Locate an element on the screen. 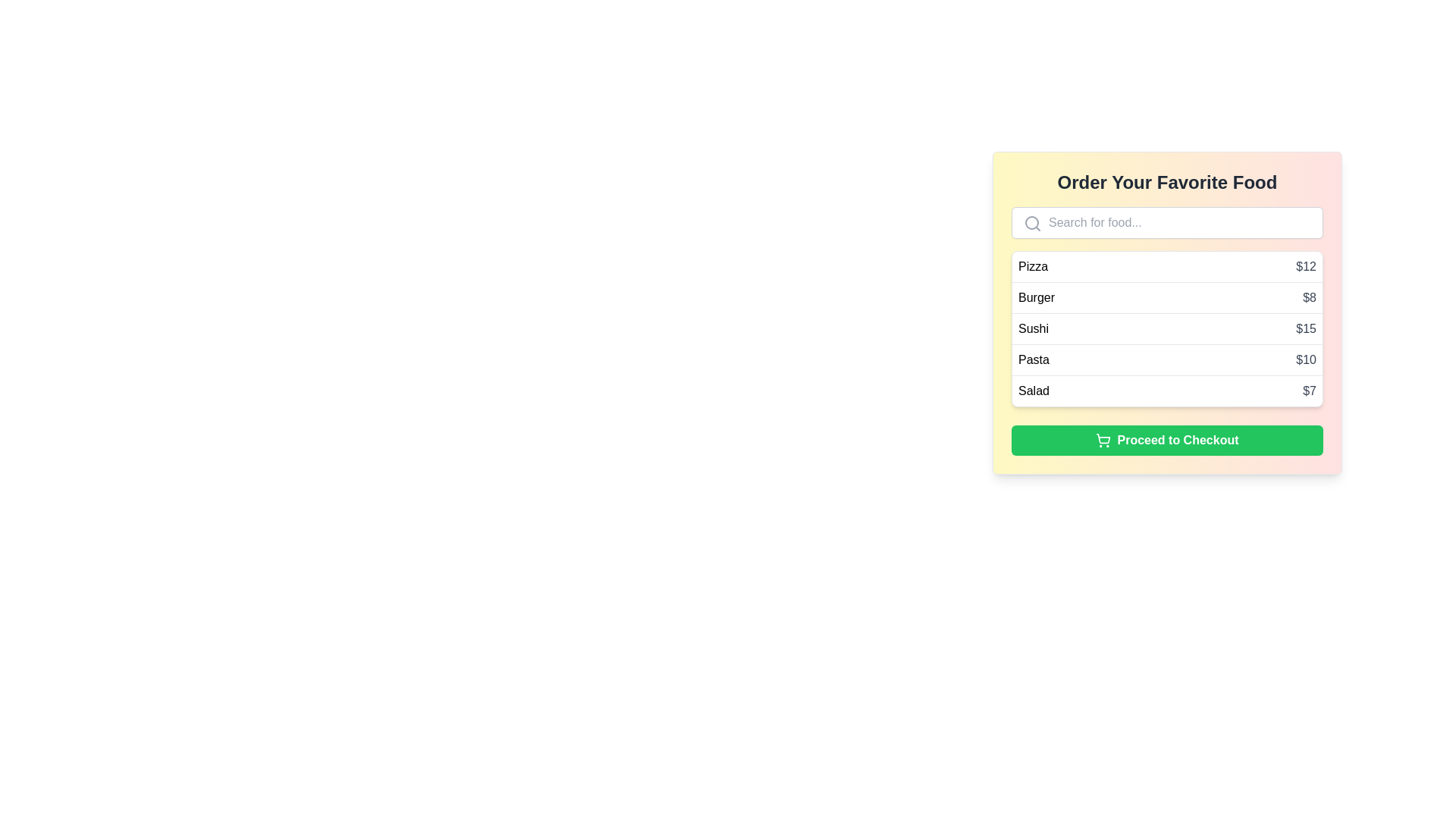 The width and height of the screenshot is (1456, 819). the static text displaying '$15' which is styled in a medium-sized gray font and located at the far-right side of the item row for 'Sushi', adjacent to the price information is located at coordinates (1305, 328).